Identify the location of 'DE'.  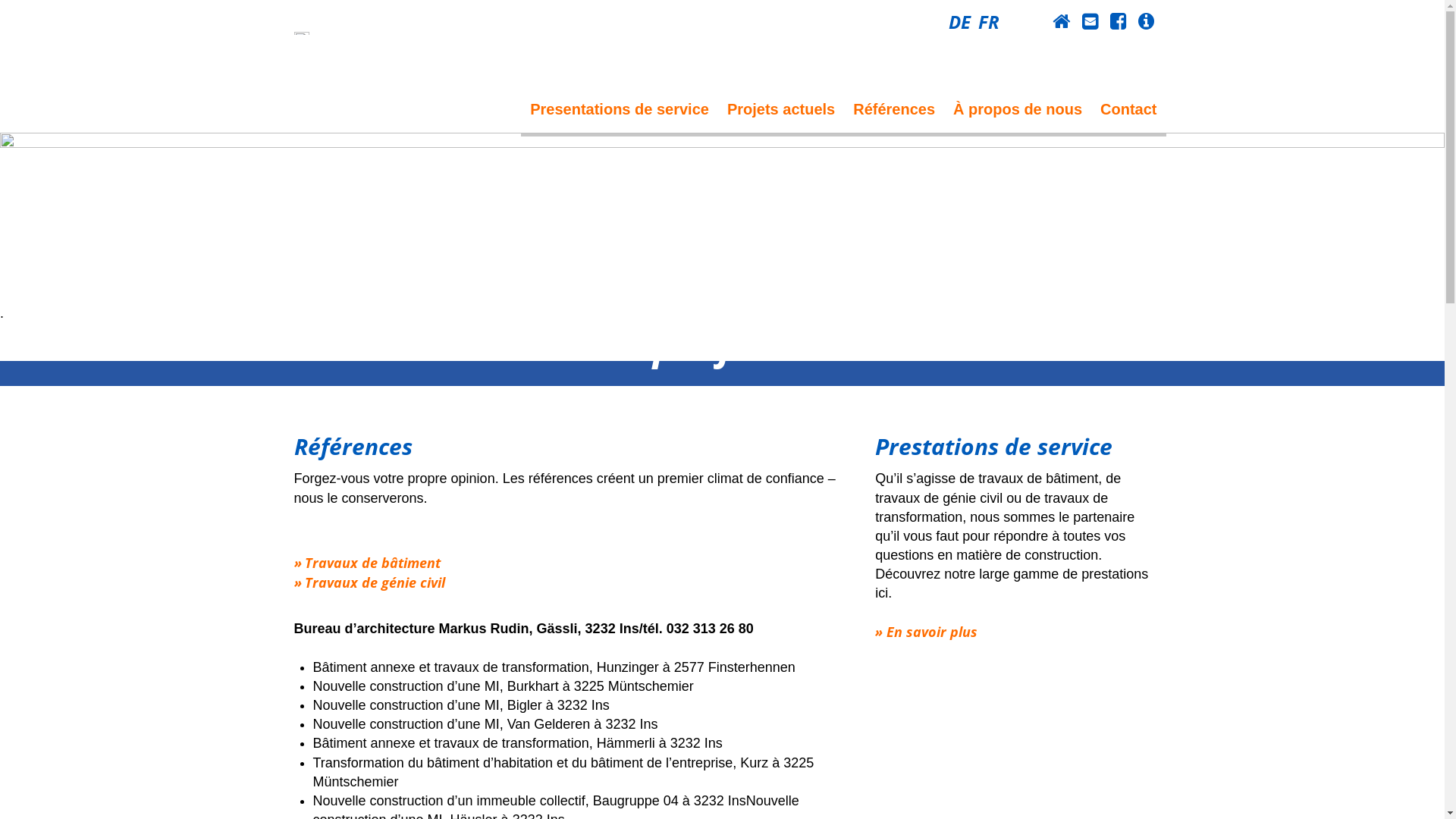
(958, 21).